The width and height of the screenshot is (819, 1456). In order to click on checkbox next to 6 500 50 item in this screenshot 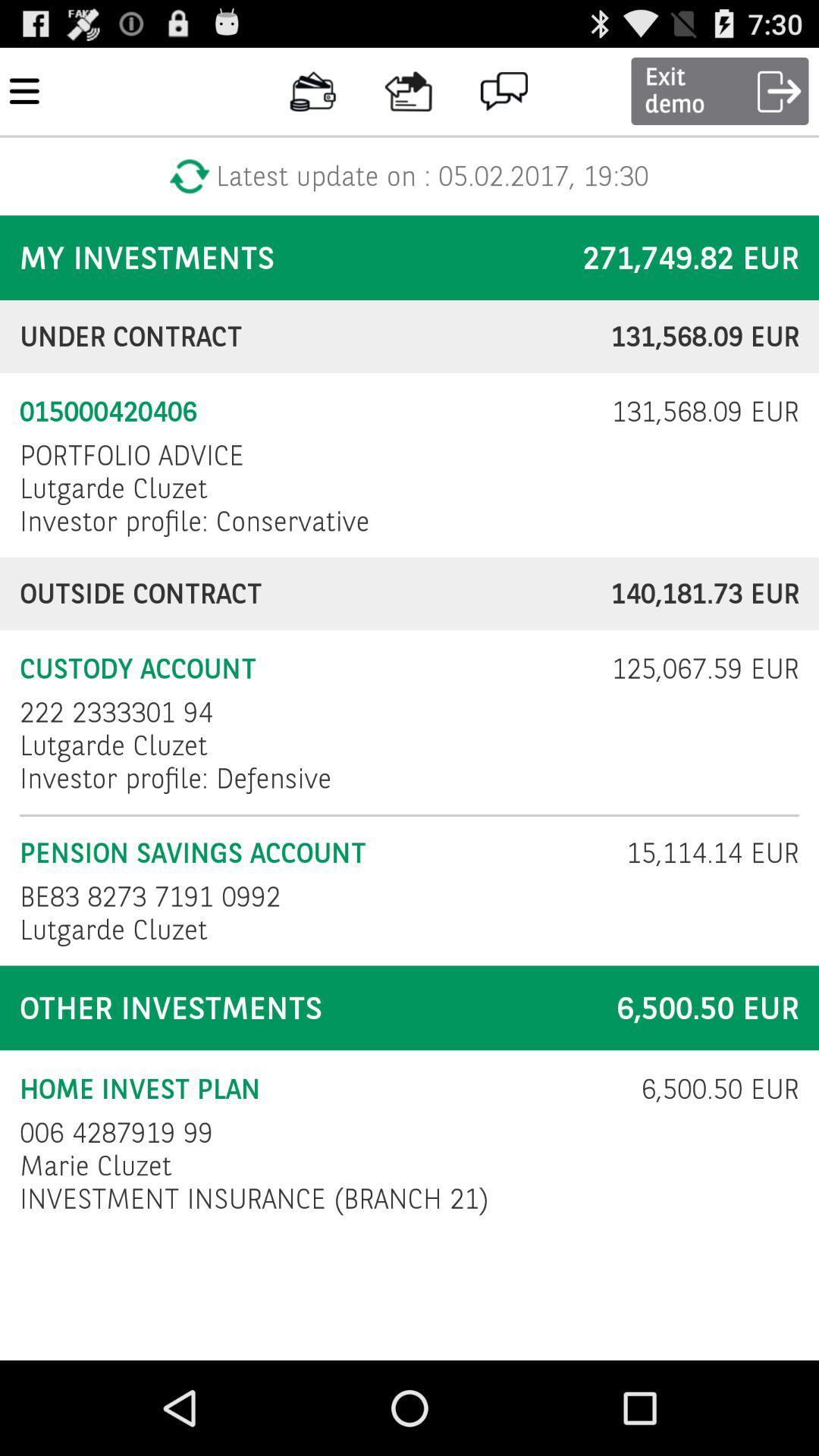, I will do `click(115, 1132)`.